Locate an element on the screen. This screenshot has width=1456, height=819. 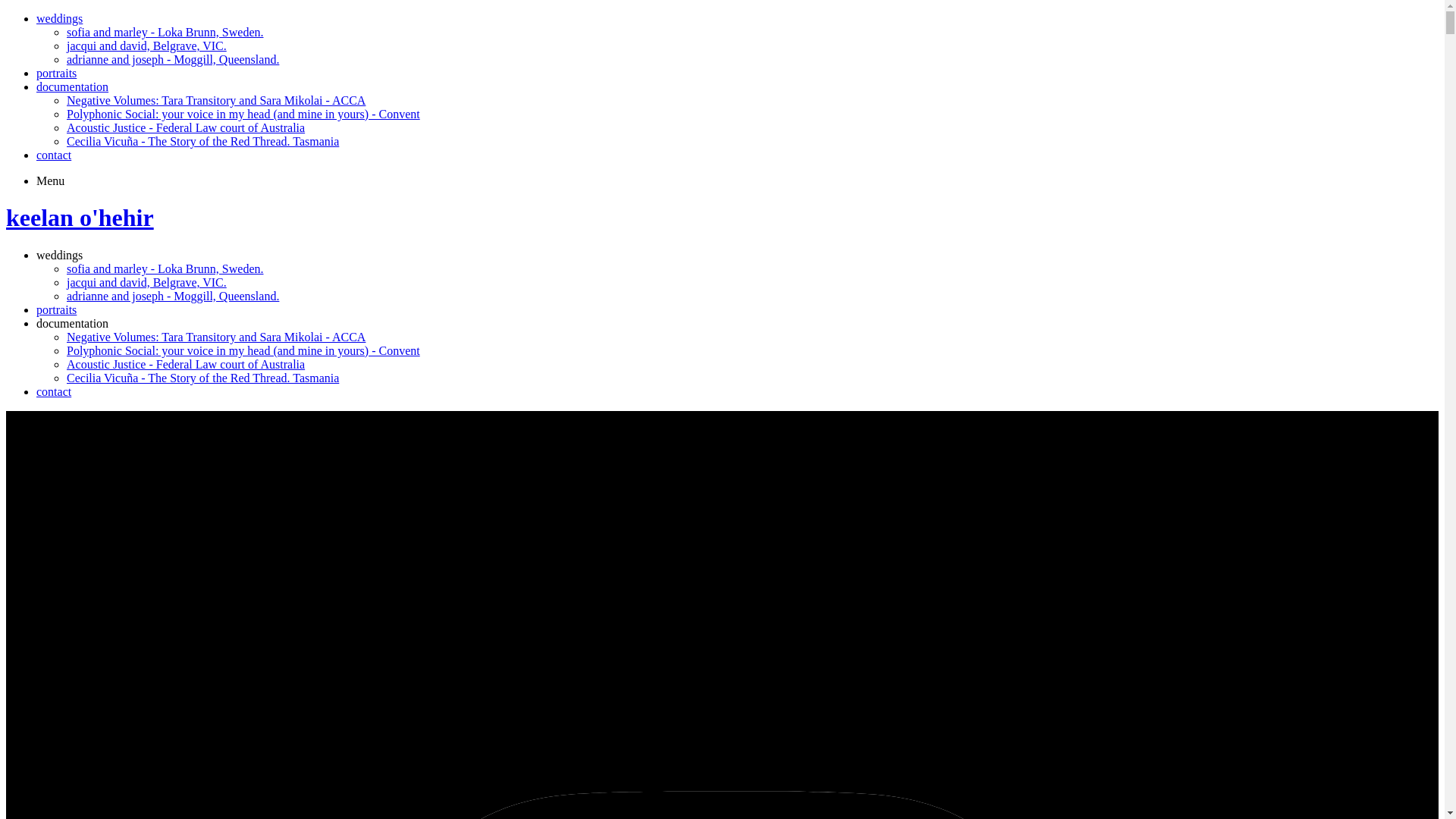
'sofia and marley - Loka Brunn, Sweden.' is located at coordinates (165, 268).